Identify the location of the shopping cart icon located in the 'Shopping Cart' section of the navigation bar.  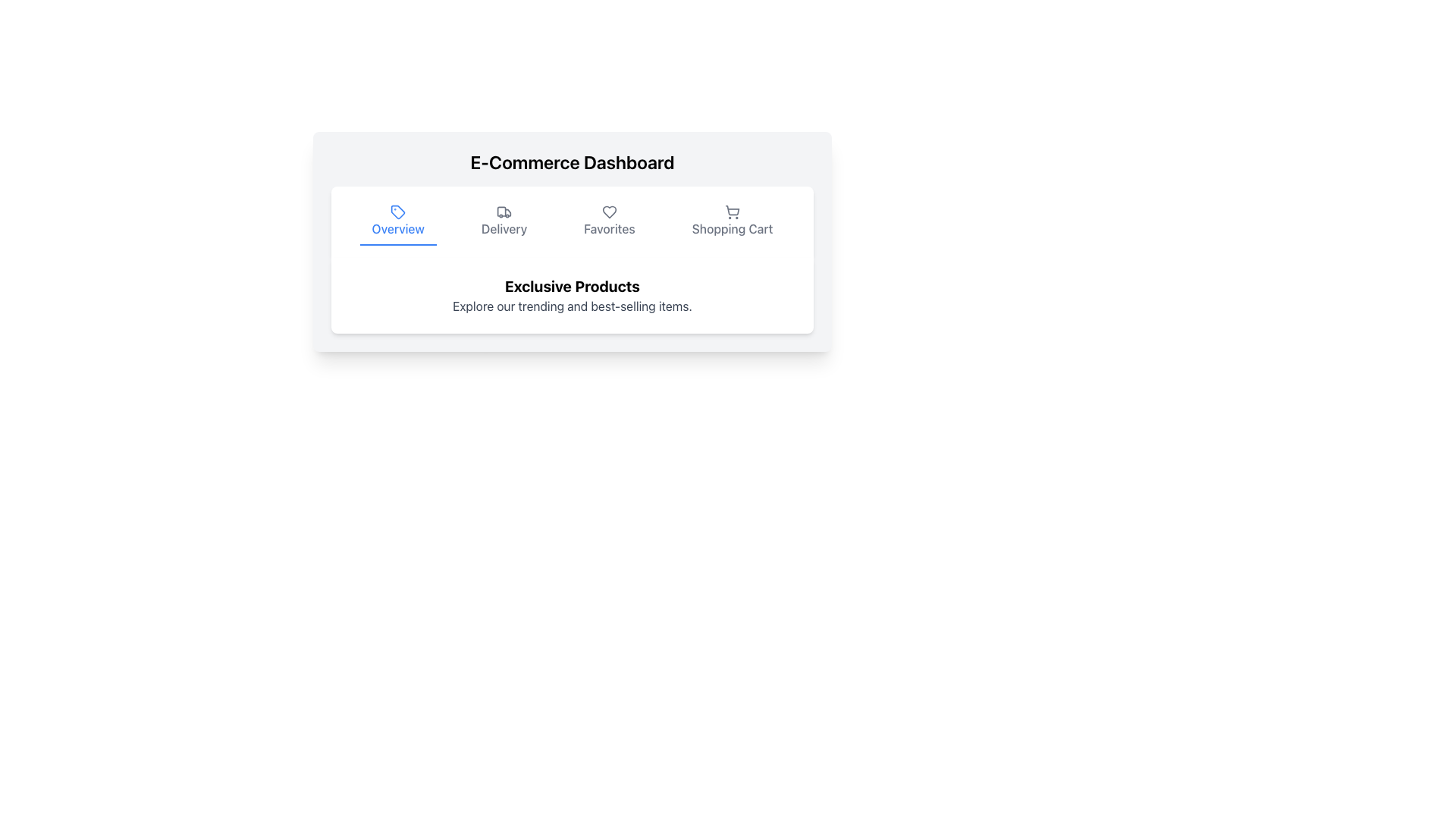
(732, 212).